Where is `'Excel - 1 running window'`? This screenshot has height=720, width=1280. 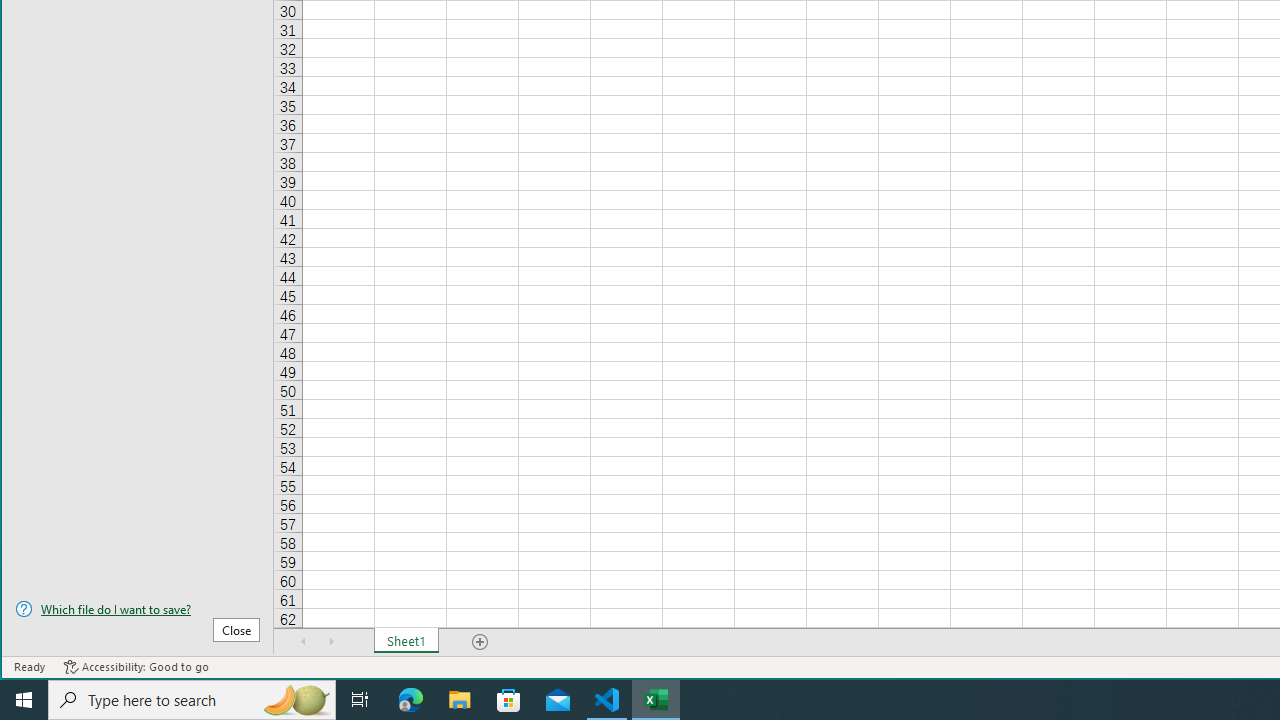 'Excel - 1 running window' is located at coordinates (656, 698).